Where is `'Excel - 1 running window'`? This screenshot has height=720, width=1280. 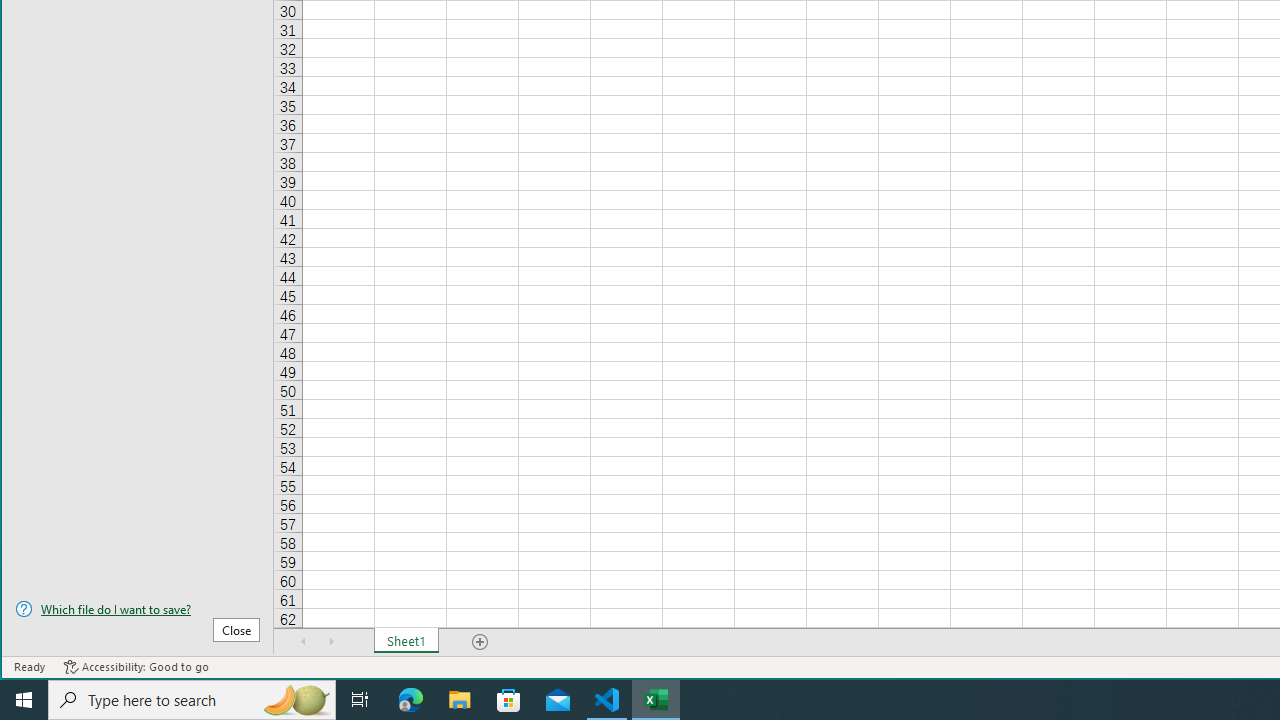 'Excel - 1 running window' is located at coordinates (656, 698).